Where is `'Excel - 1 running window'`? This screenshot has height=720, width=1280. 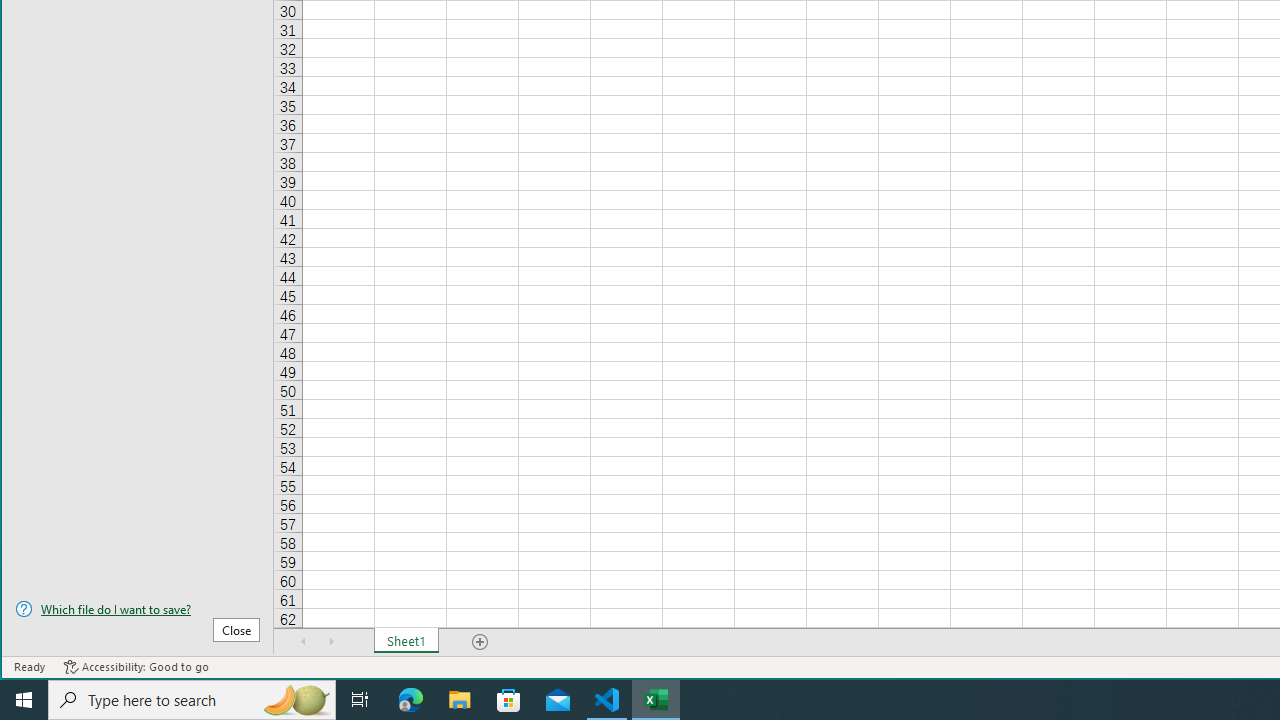 'Excel - 1 running window' is located at coordinates (656, 698).